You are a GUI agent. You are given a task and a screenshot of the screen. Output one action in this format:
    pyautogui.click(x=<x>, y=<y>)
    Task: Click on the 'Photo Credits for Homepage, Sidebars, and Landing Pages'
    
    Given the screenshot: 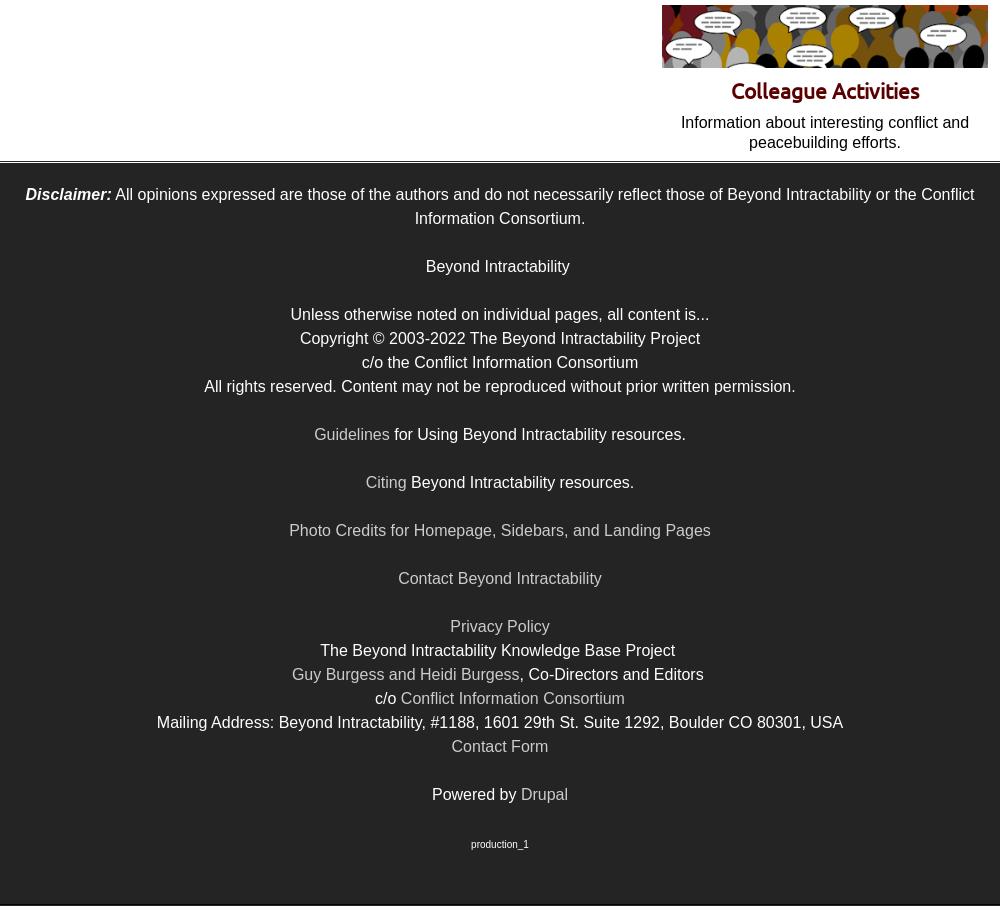 What is the action you would take?
    pyautogui.click(x=498, y=530)
    